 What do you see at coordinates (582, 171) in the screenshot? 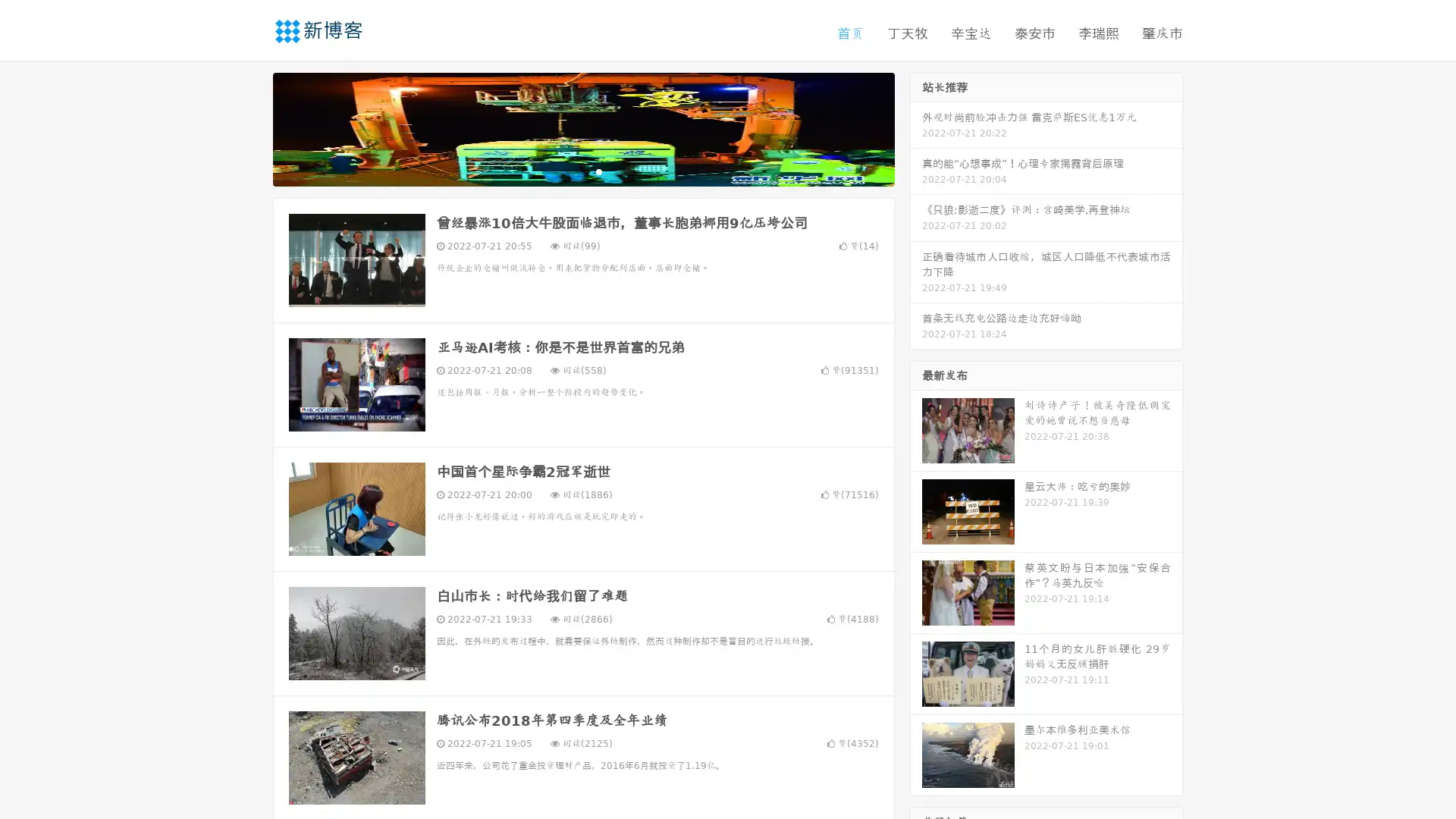
I see `Go to slide 2` at bounding box center [582, 171].